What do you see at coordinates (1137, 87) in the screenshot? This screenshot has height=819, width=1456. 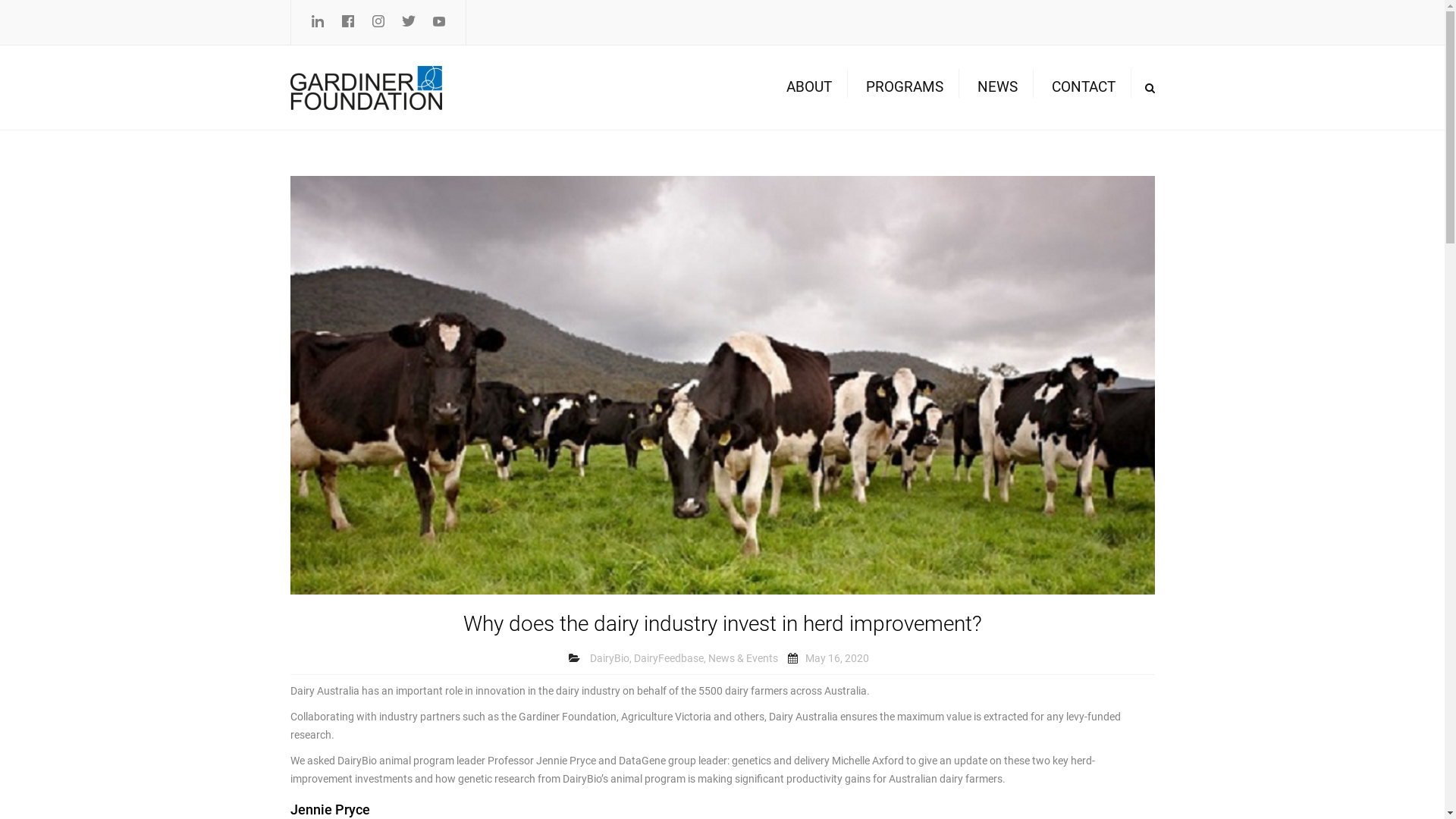 I see `'Search'` at bounding box center [1137, 87].